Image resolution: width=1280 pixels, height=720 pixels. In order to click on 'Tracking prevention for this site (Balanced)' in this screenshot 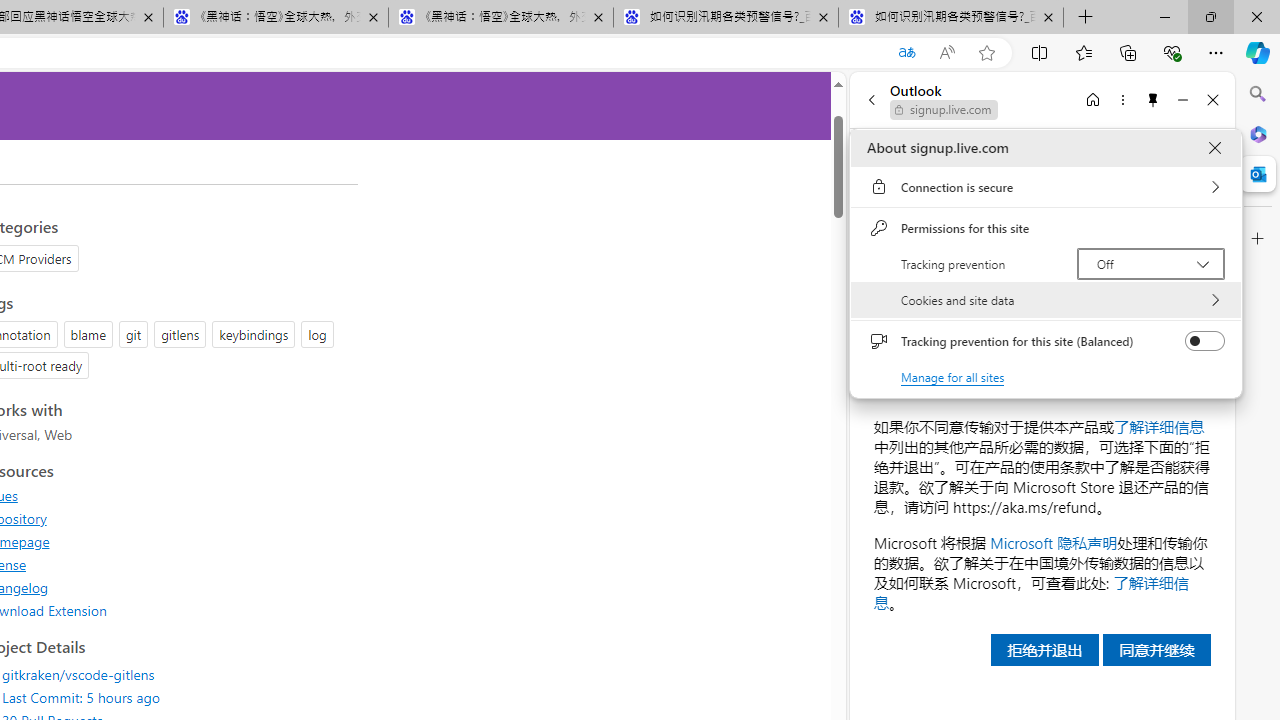, I will do `click(1204, 340)`.